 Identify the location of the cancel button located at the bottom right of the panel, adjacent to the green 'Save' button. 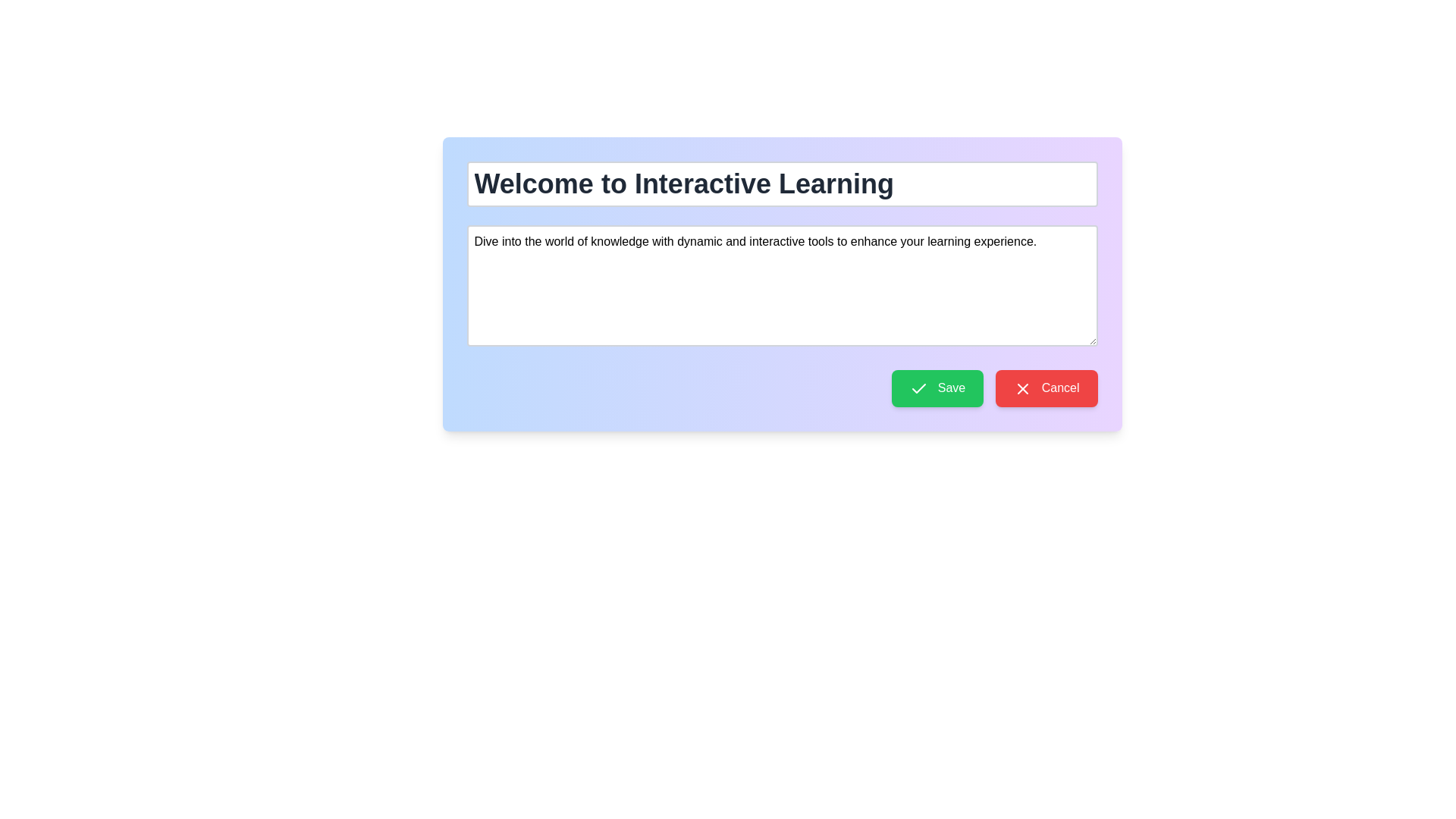
(1046, 388).